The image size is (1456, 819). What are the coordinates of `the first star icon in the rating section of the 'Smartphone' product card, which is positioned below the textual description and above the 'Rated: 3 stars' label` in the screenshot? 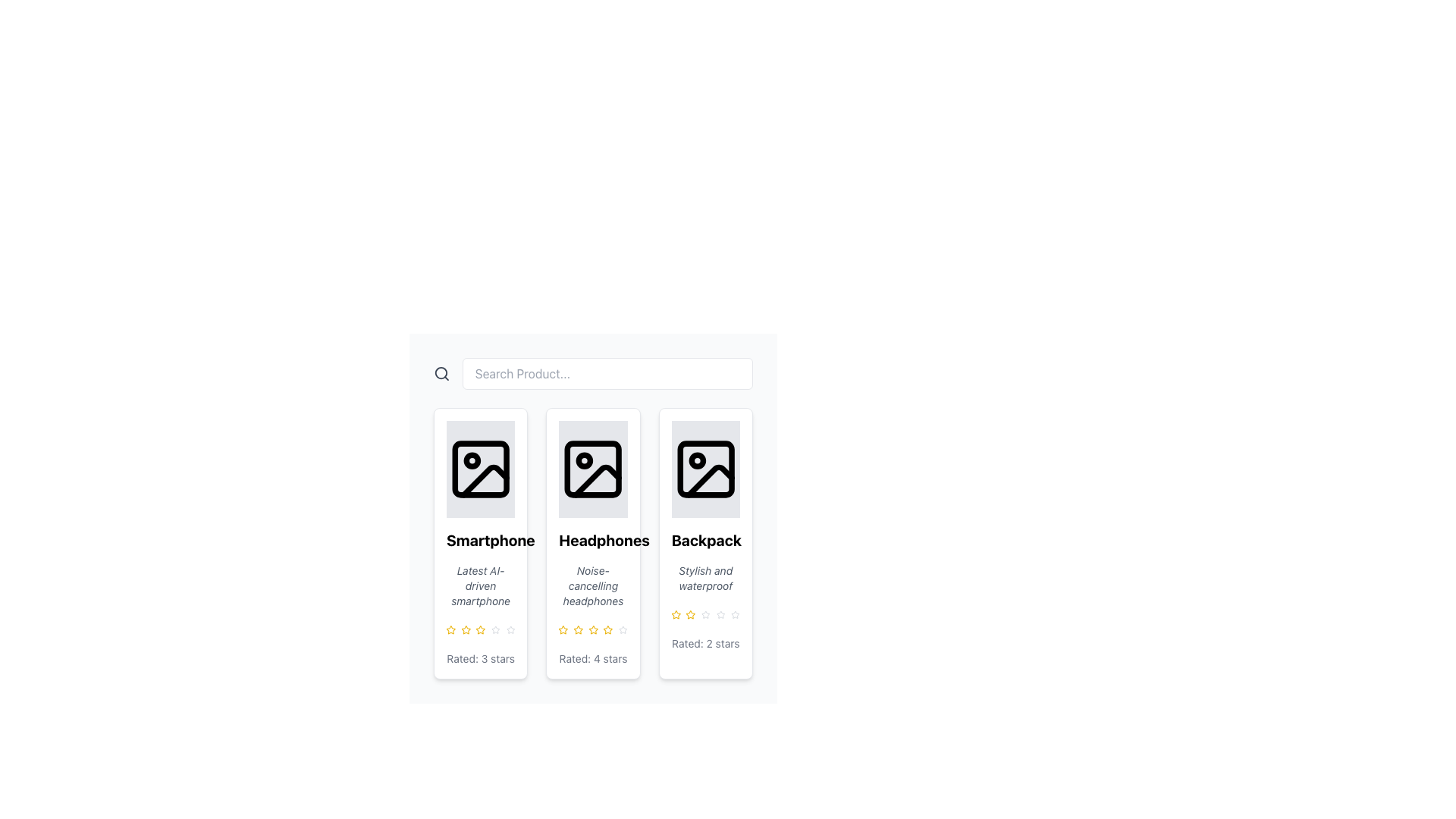 It's located at (450, 629).